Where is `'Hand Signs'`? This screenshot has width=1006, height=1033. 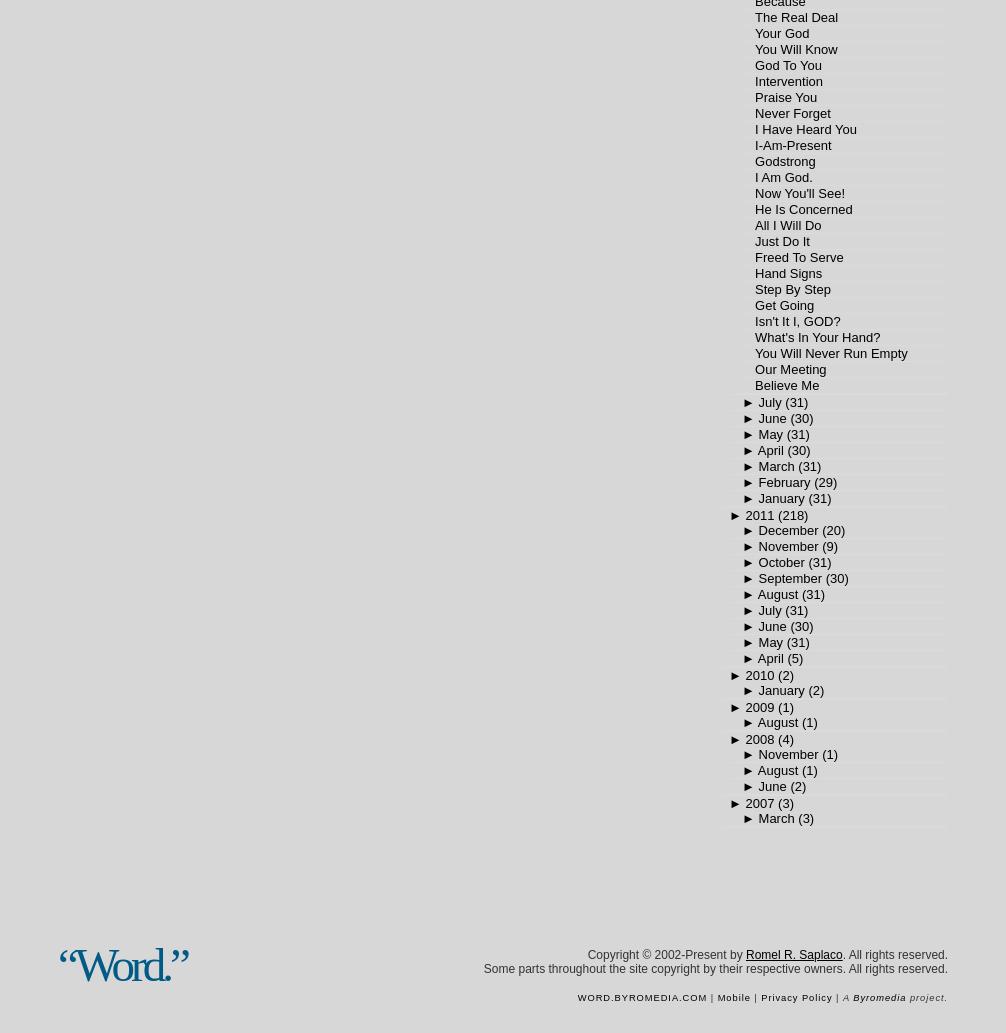
'Hand Signs' is located at coordinates (787, 272).